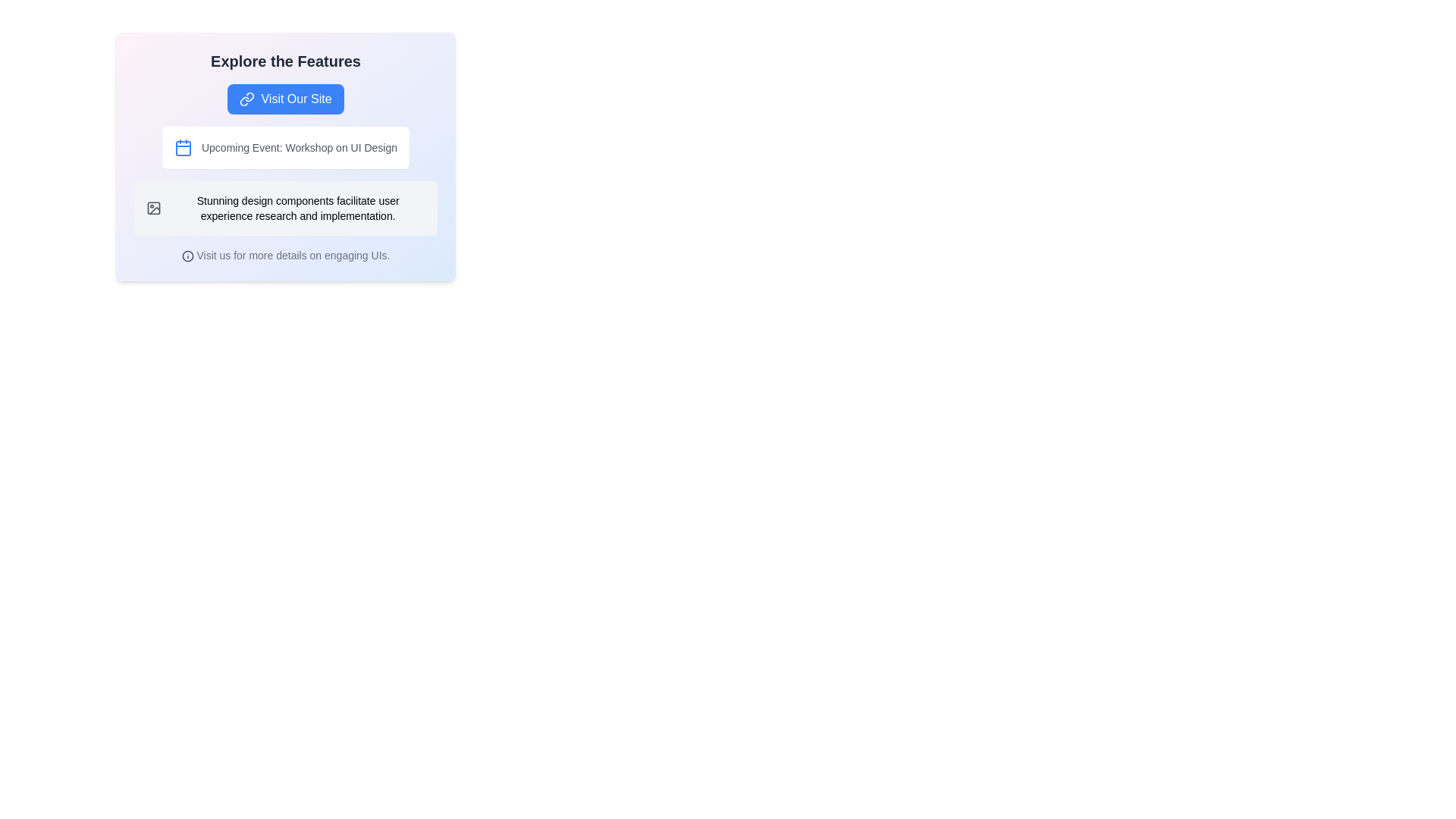 The height and width of the screenshot is (819, 1456). Describe the element at coordinates (285, 99) in the screenshot. I see `the button located at the top of the 'Explore the Features' card` at that location.